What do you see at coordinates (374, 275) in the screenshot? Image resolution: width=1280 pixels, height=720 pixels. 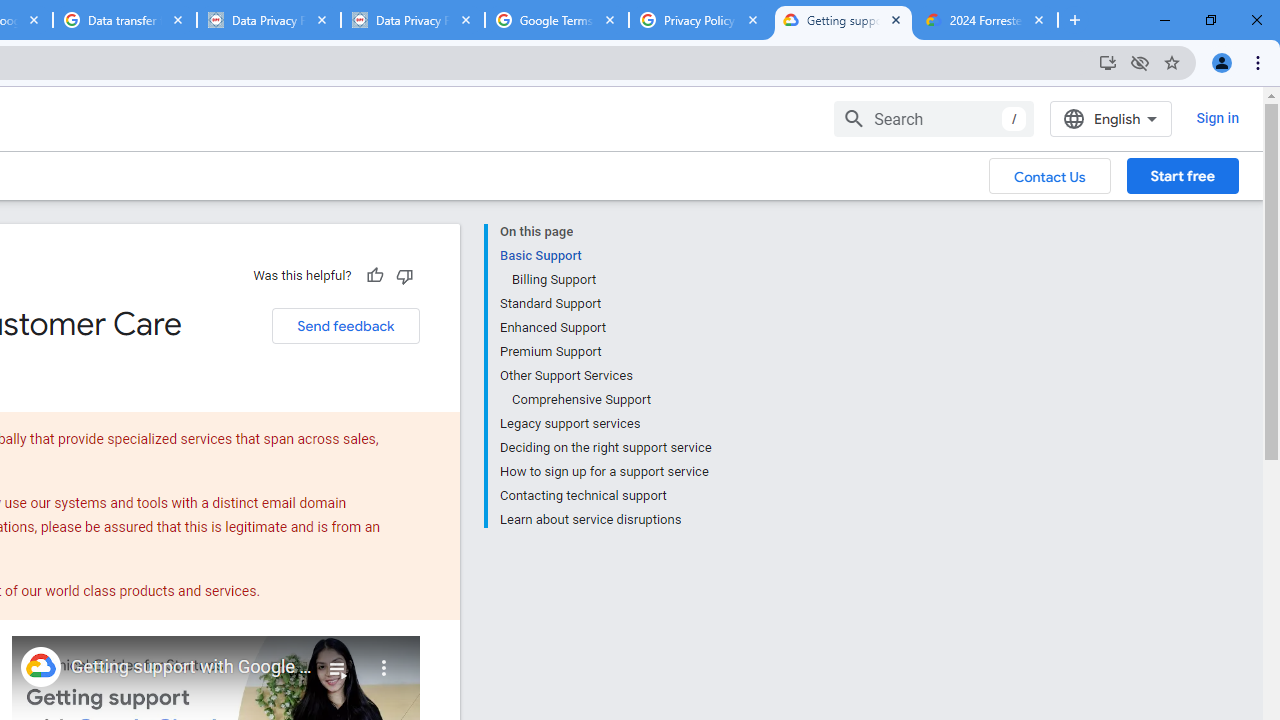 I see `'Helpful'` at bounding box center [374, 275].